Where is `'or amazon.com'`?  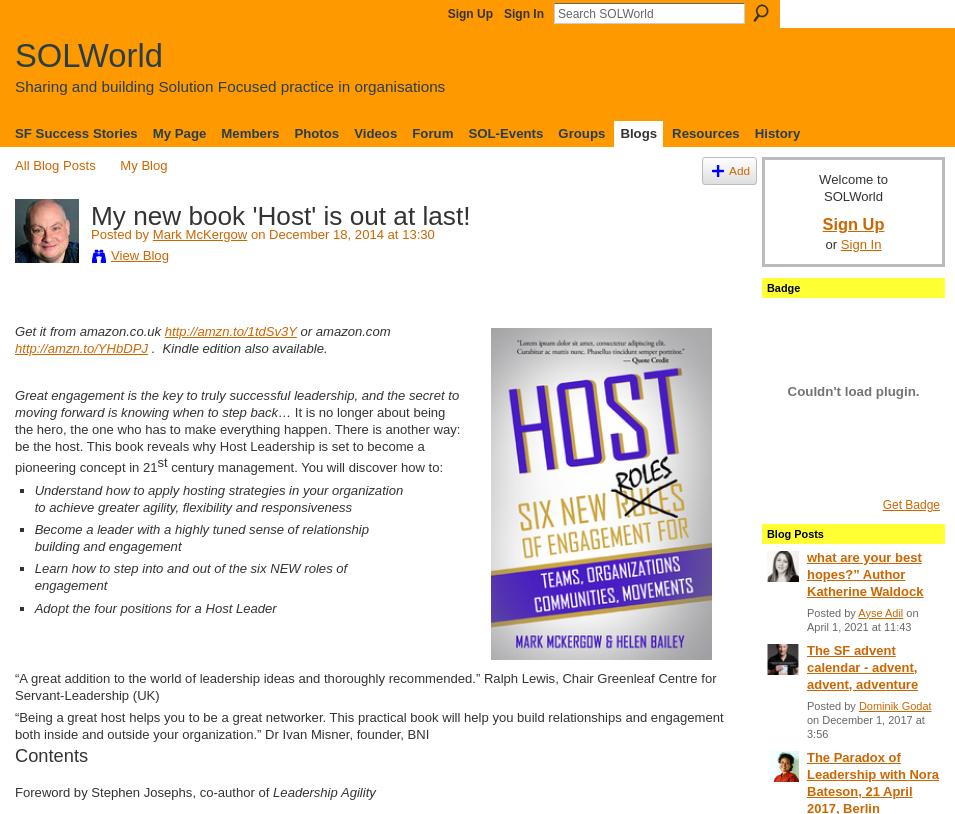 'or amazon.com' is located at coordinates (342, 331).